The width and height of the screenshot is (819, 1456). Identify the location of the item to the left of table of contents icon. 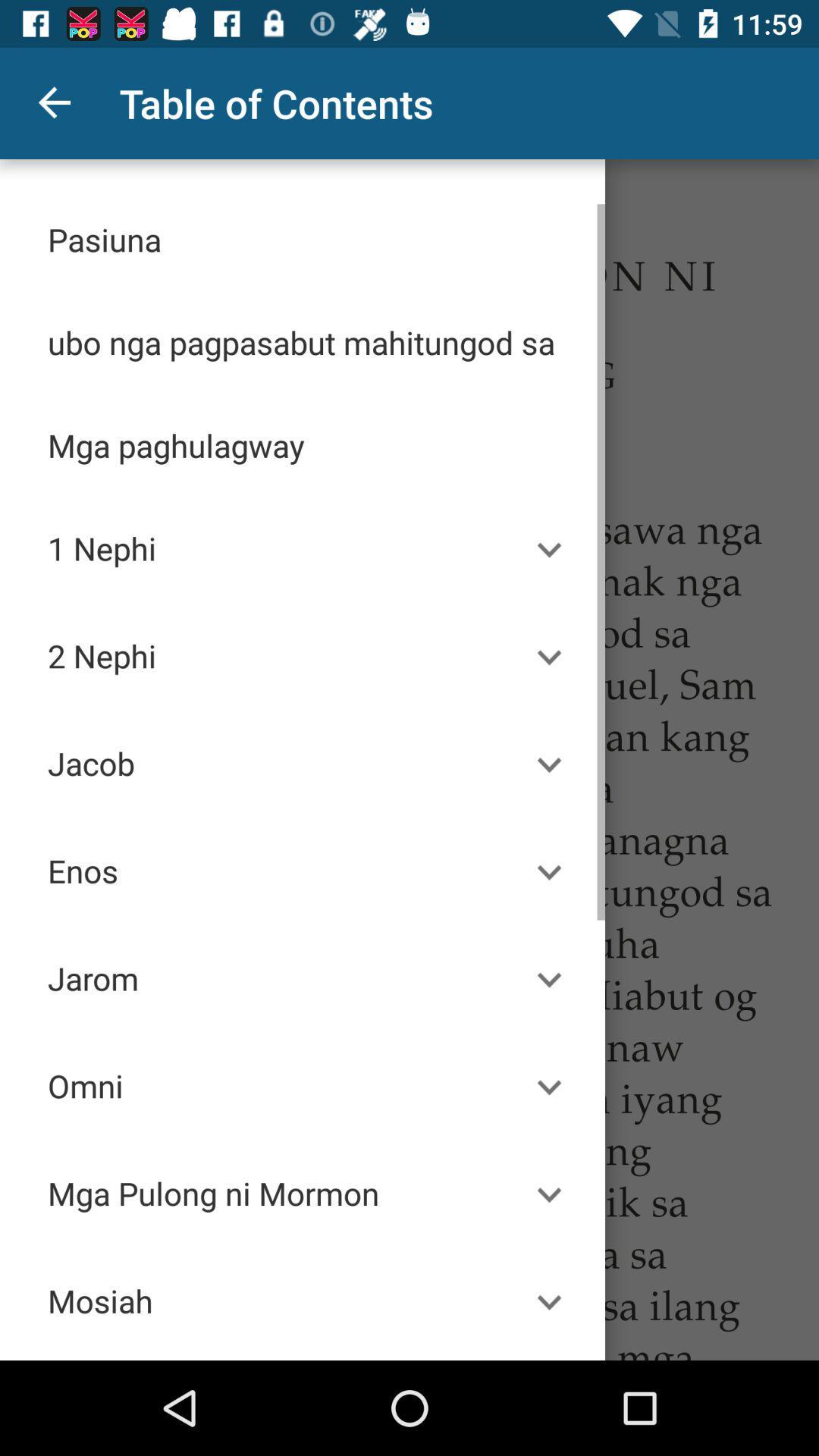
(55, 102).